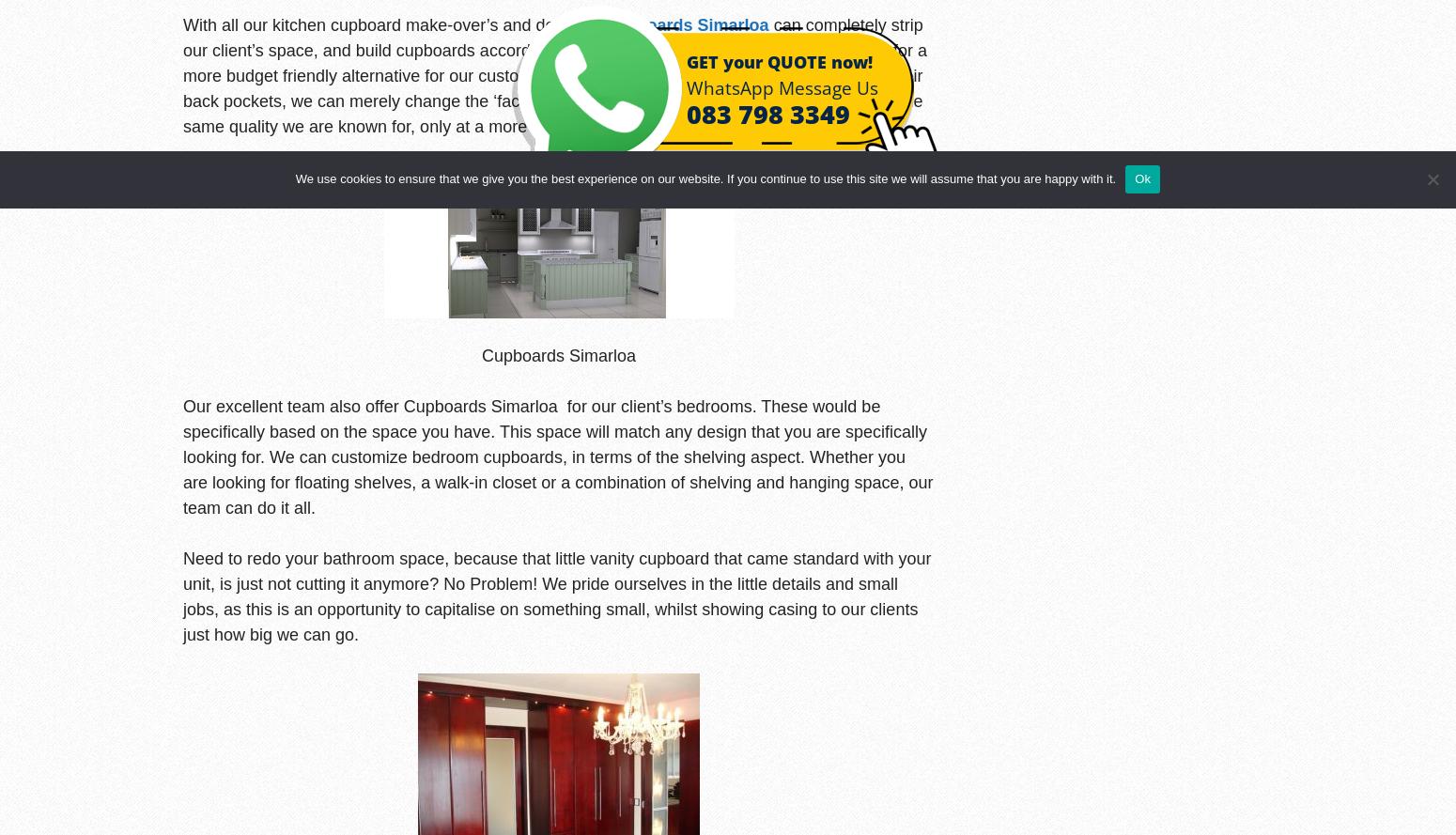 The width and height of the screenshot is (1456, 835). Describe the element at coordinates (686, 60) in the screenshot. I see `'GET your QUOTE now!'` at that location.